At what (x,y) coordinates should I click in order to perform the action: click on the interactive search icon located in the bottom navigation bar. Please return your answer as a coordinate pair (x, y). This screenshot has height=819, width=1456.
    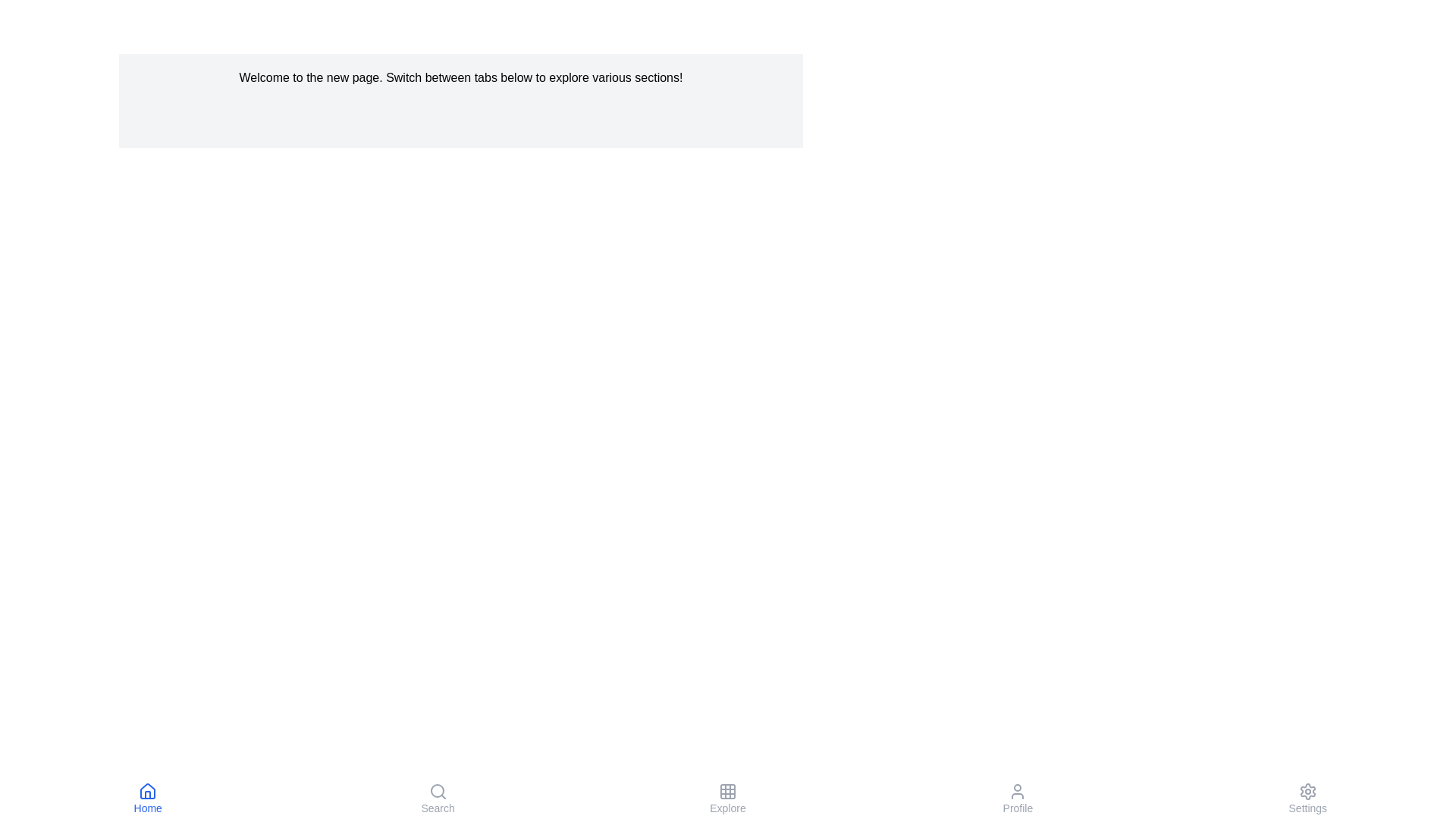
    Looking at the image, I should click on (437, 791).